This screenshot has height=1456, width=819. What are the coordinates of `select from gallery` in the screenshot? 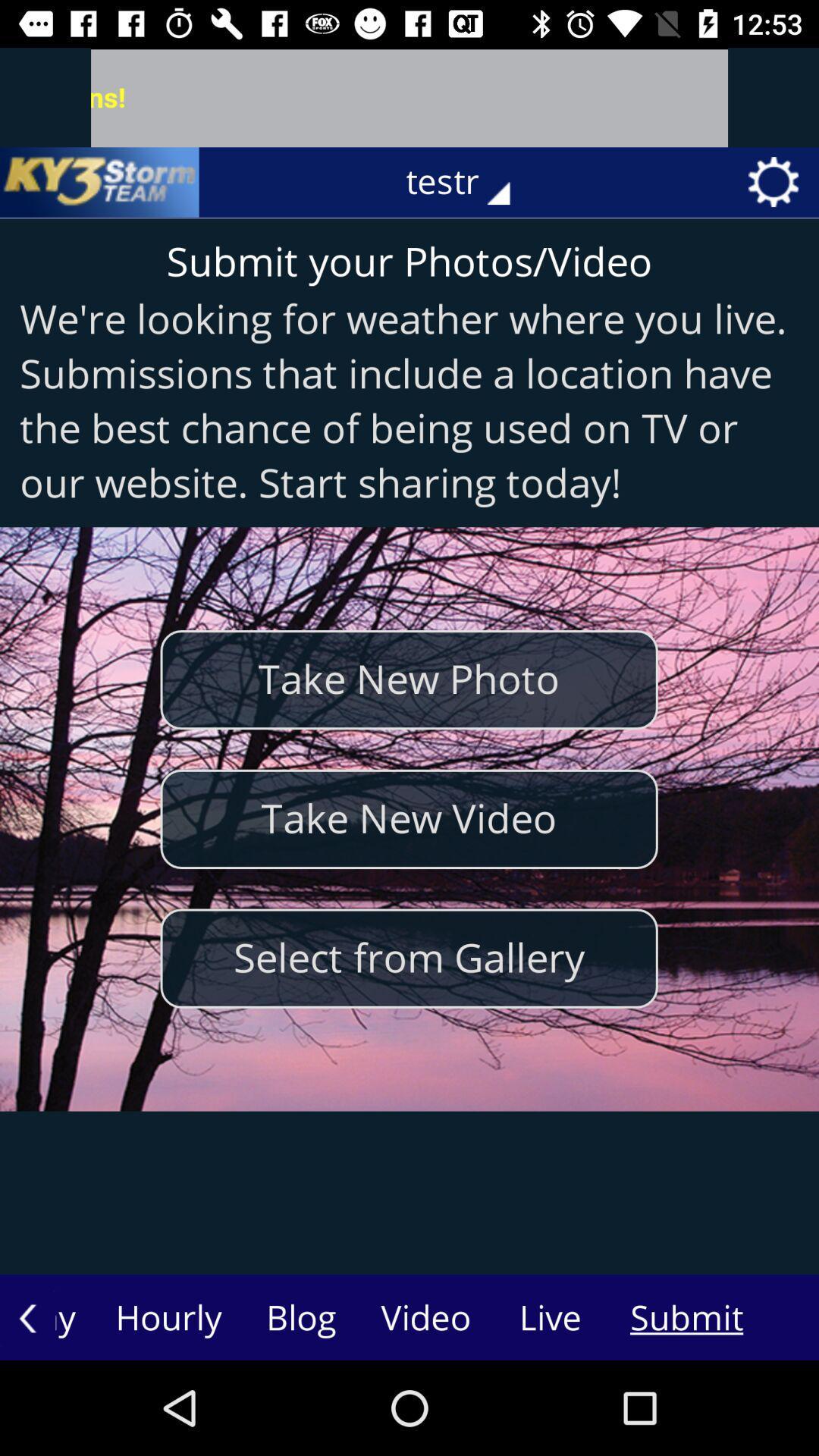 It's located at (408, 958).